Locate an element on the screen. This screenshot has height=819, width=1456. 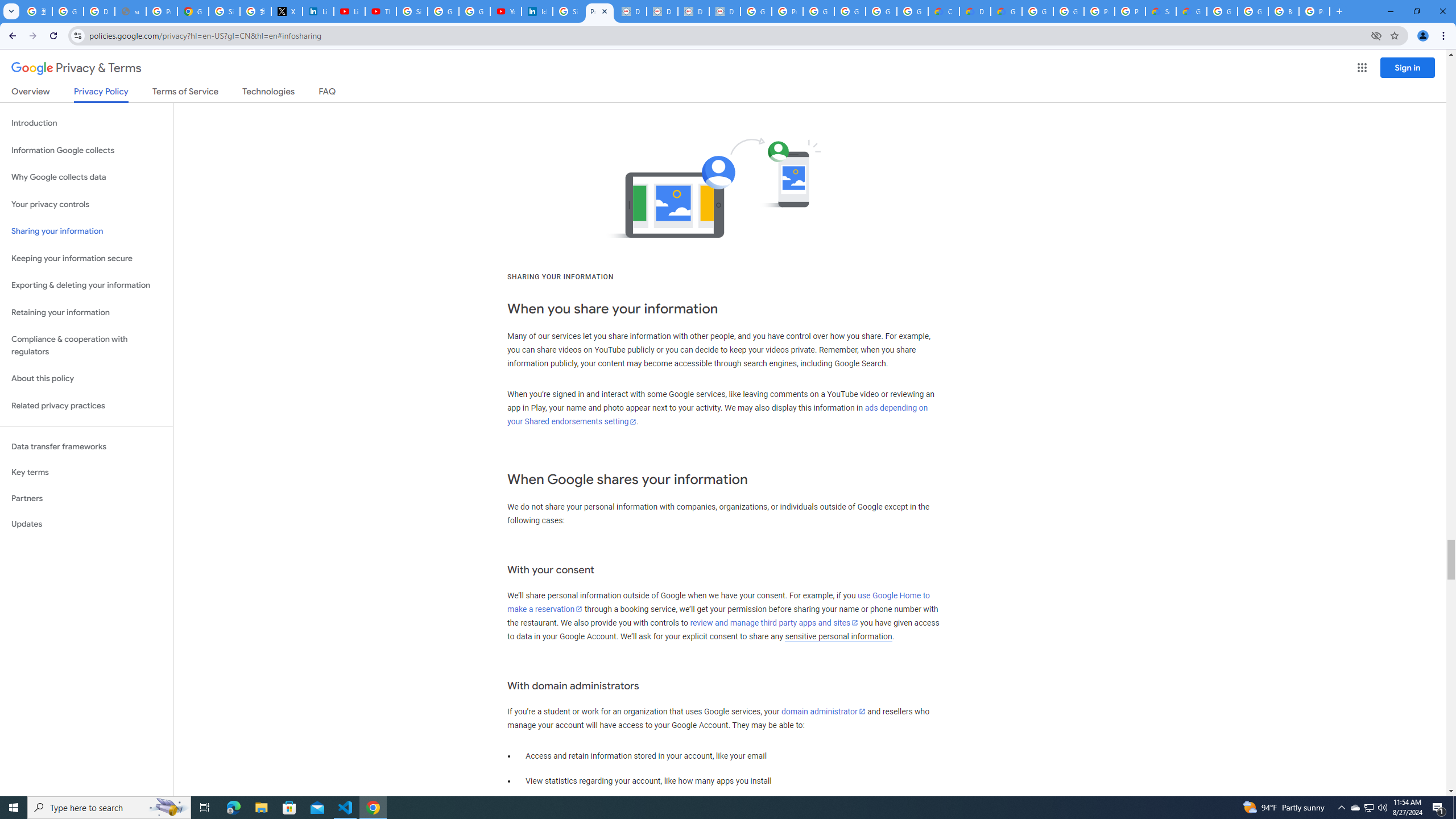
'use Google Home to make a reservation' is located at coordinates (718, 602).